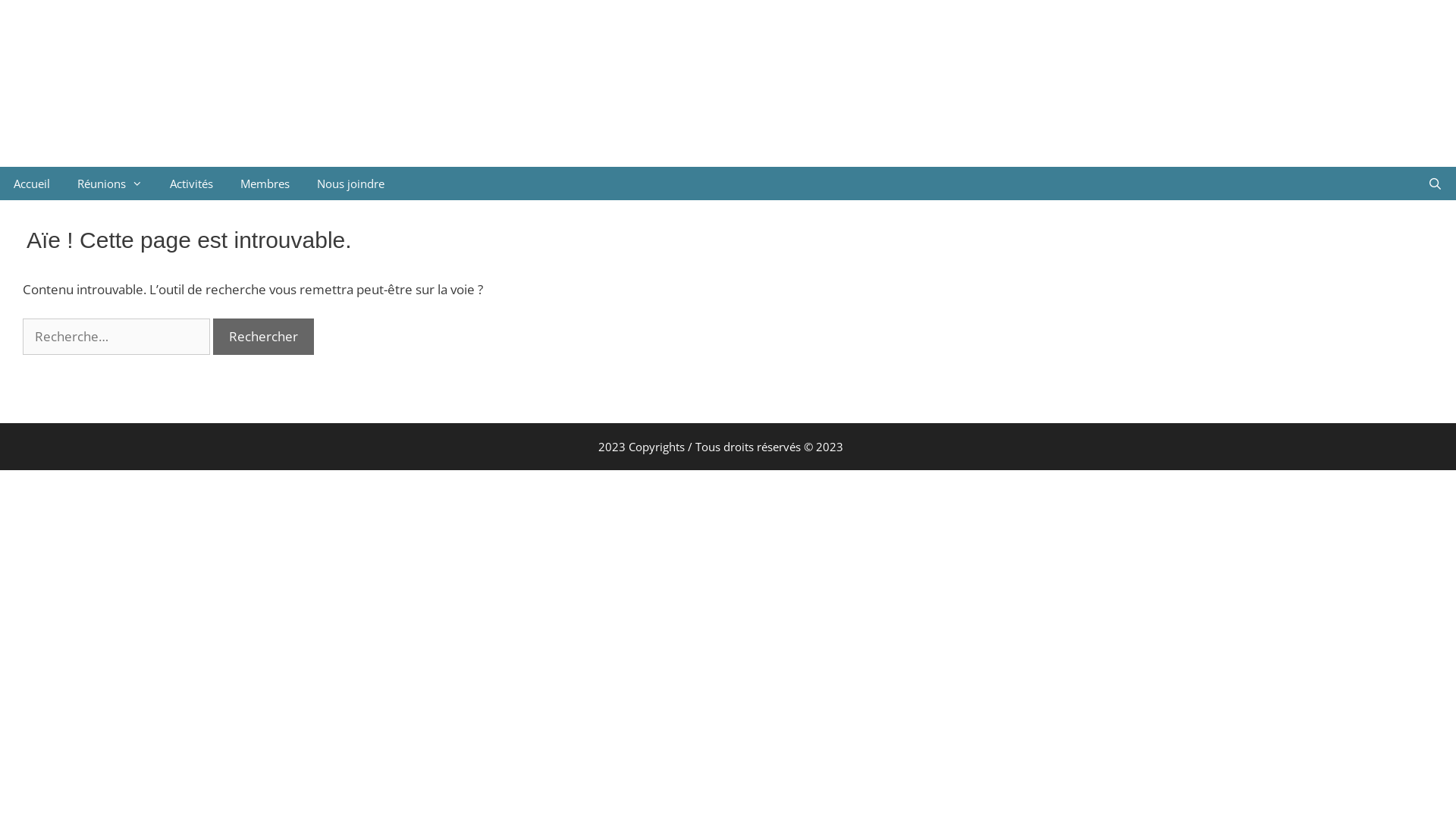 This screenshot has height=819, width=1456. What do you see at coordinates (263, 335) in the screenshot?
I see `'Rechercher'` at bounding box center [263, 335].